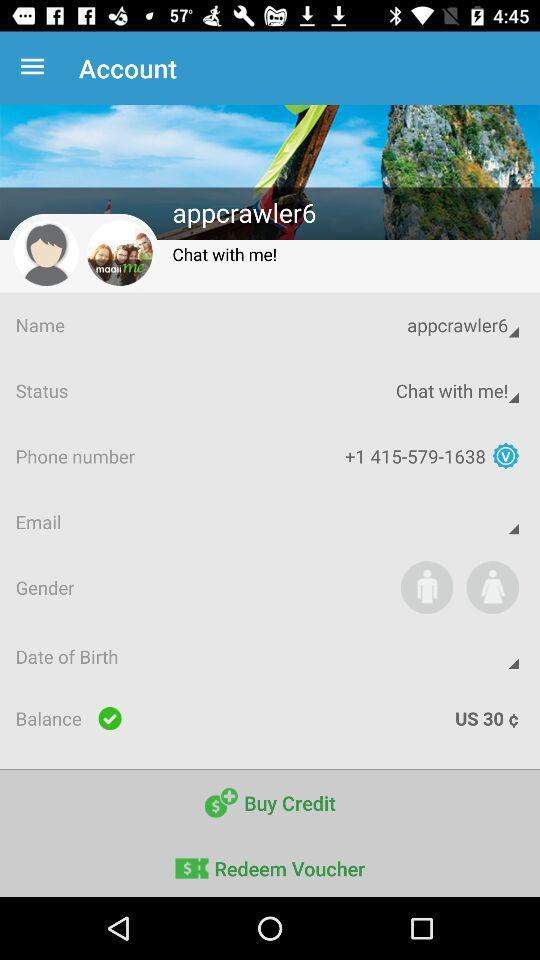 The image size is (540, 960). I want to click on item to the right of gender icon, so click(426, 587).